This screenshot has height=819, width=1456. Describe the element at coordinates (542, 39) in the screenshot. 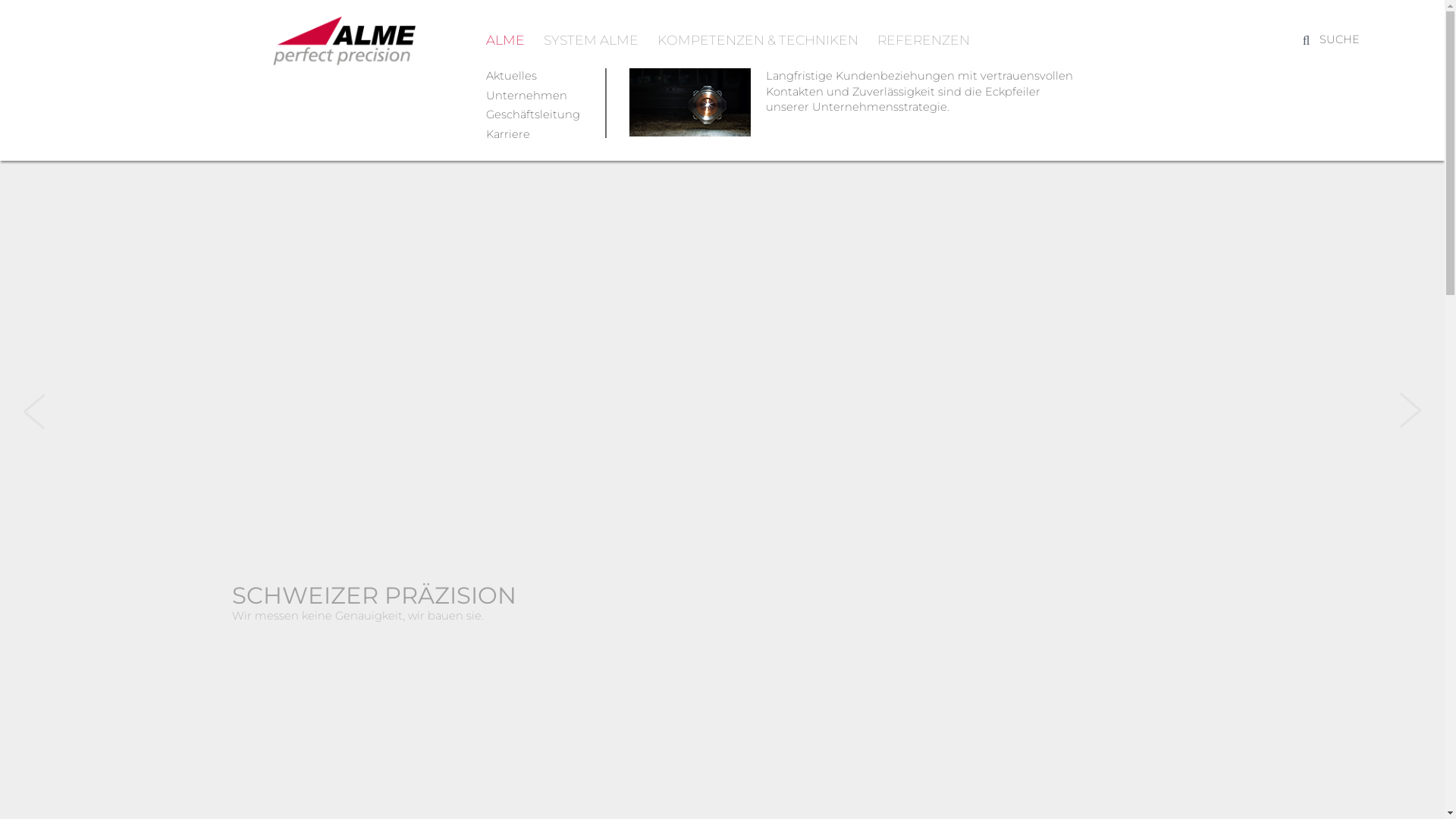

I see `'SYSTEM ALME'` at that location.